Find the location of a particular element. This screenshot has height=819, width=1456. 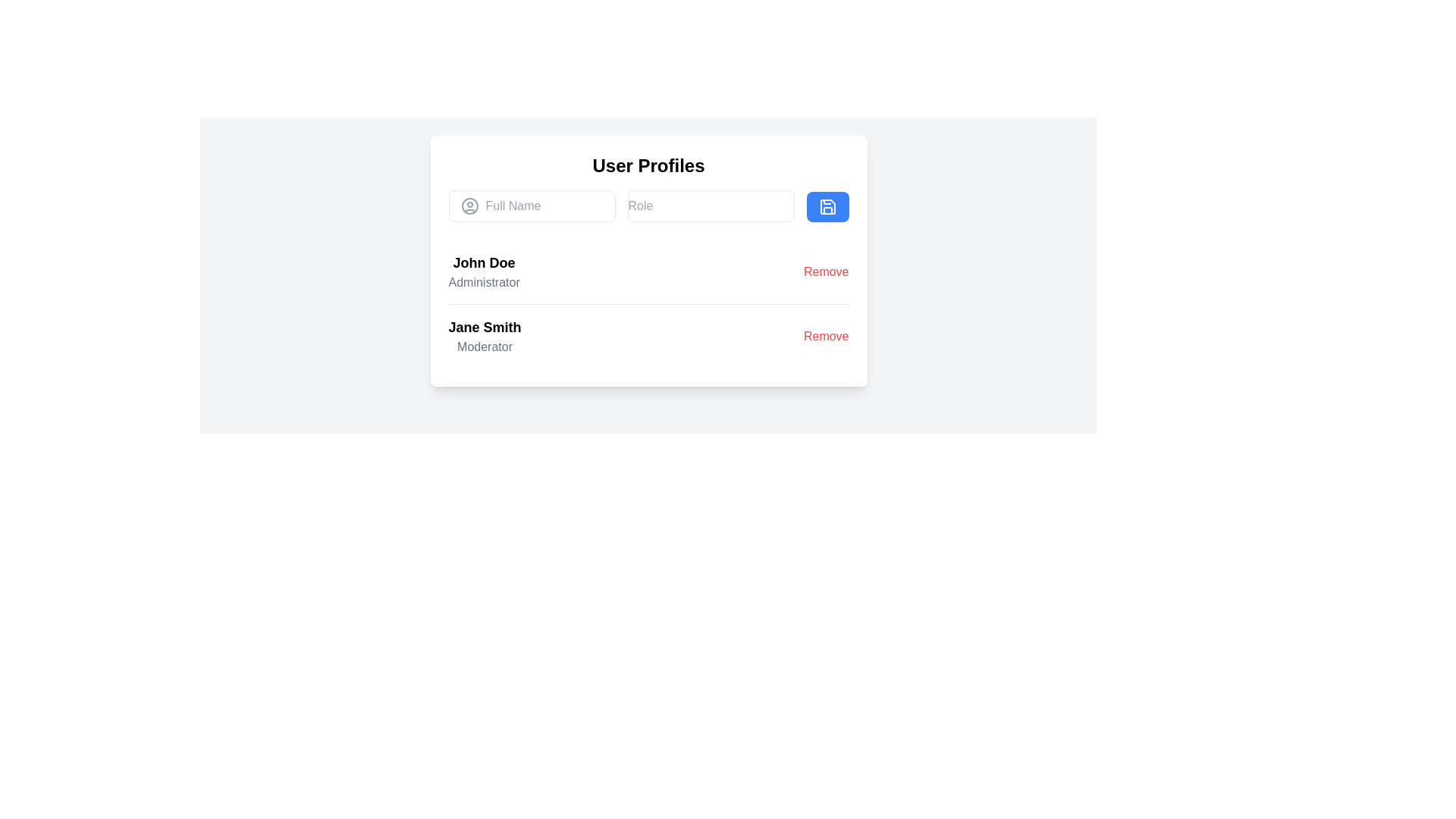

the static text label indicating the role 'Administrator' of the user 'John Doe', which is located directly below the user's name in the profile card is located at coordinates (483, 283).